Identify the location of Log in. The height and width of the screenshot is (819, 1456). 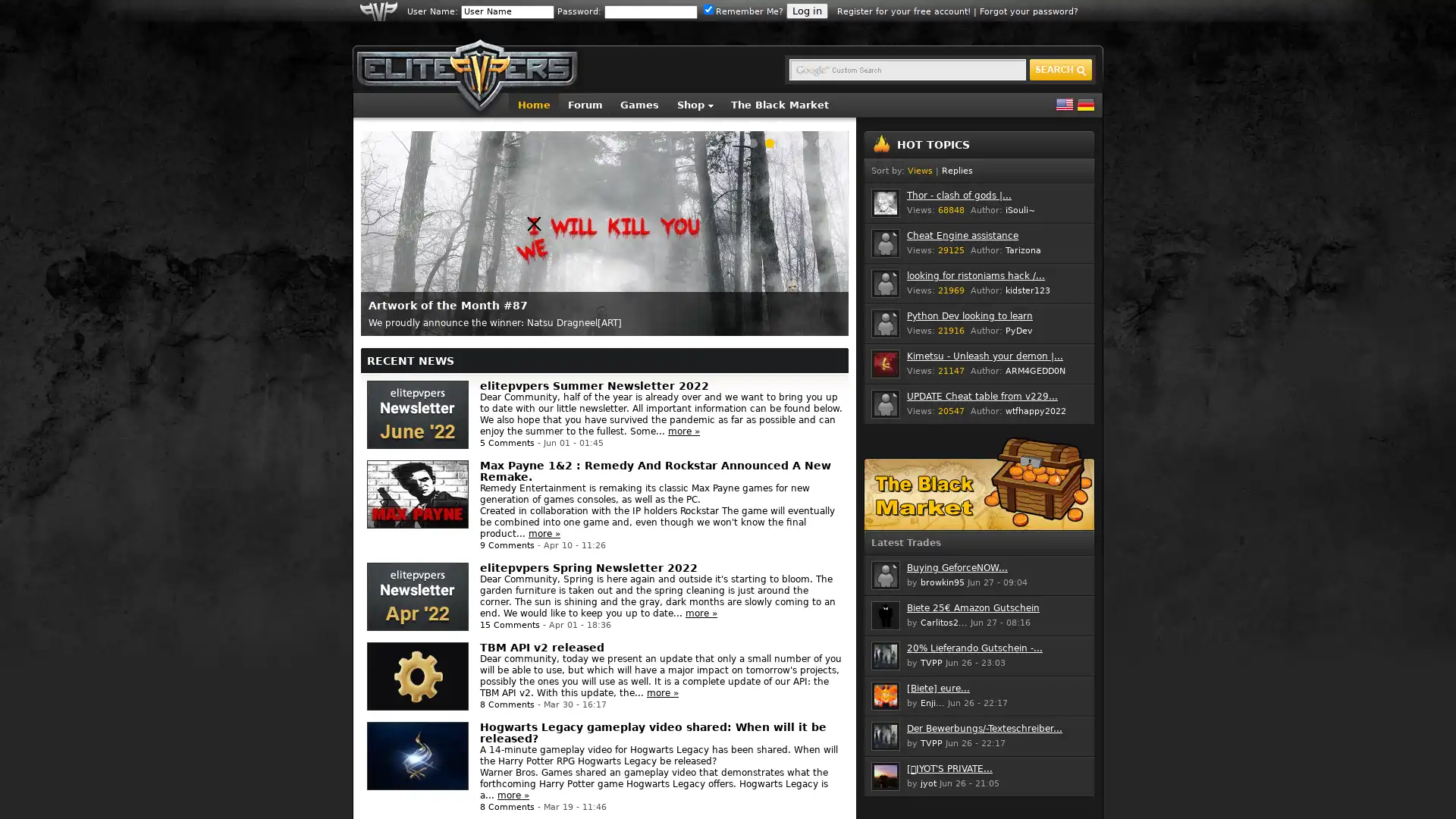
(806, 11).